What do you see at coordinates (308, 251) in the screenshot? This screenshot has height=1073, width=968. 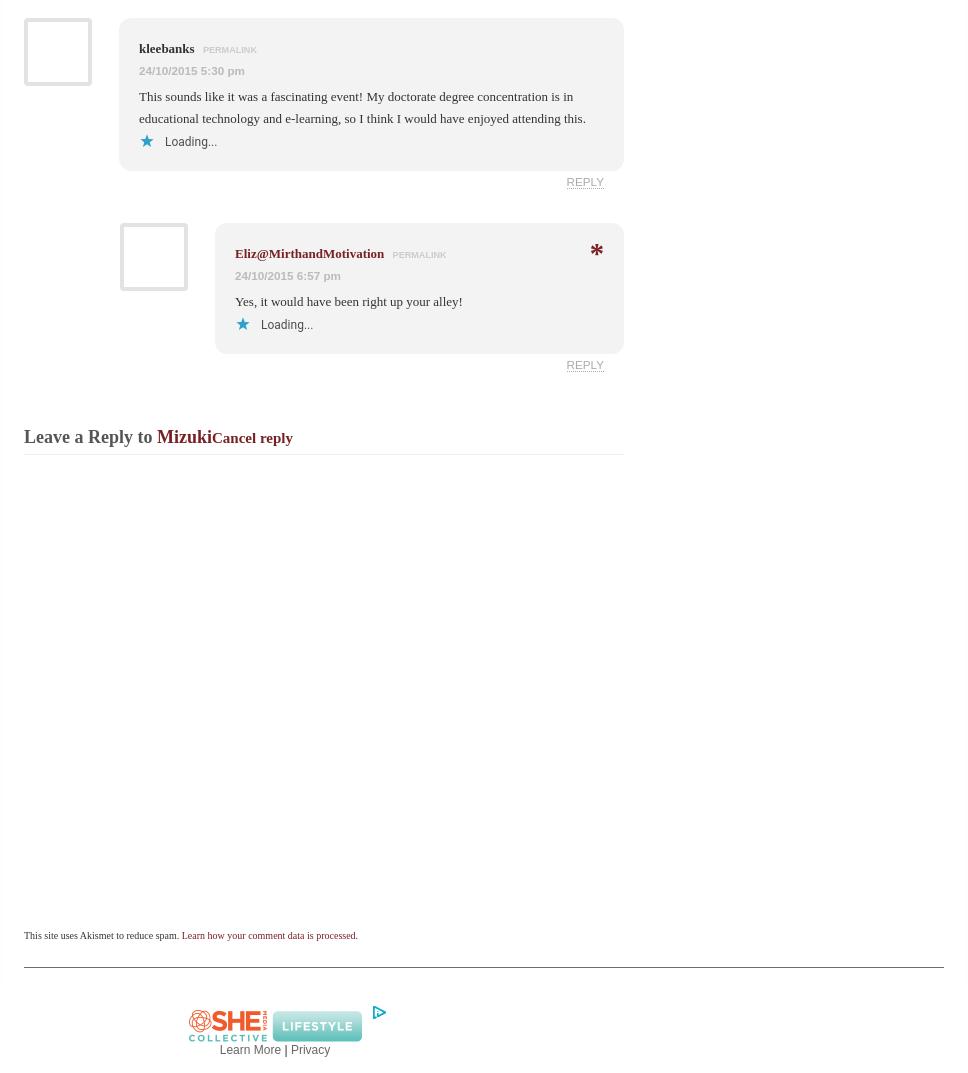 I see `'Eliz@MirthandMotivation'` at bounding box center [308, 251].